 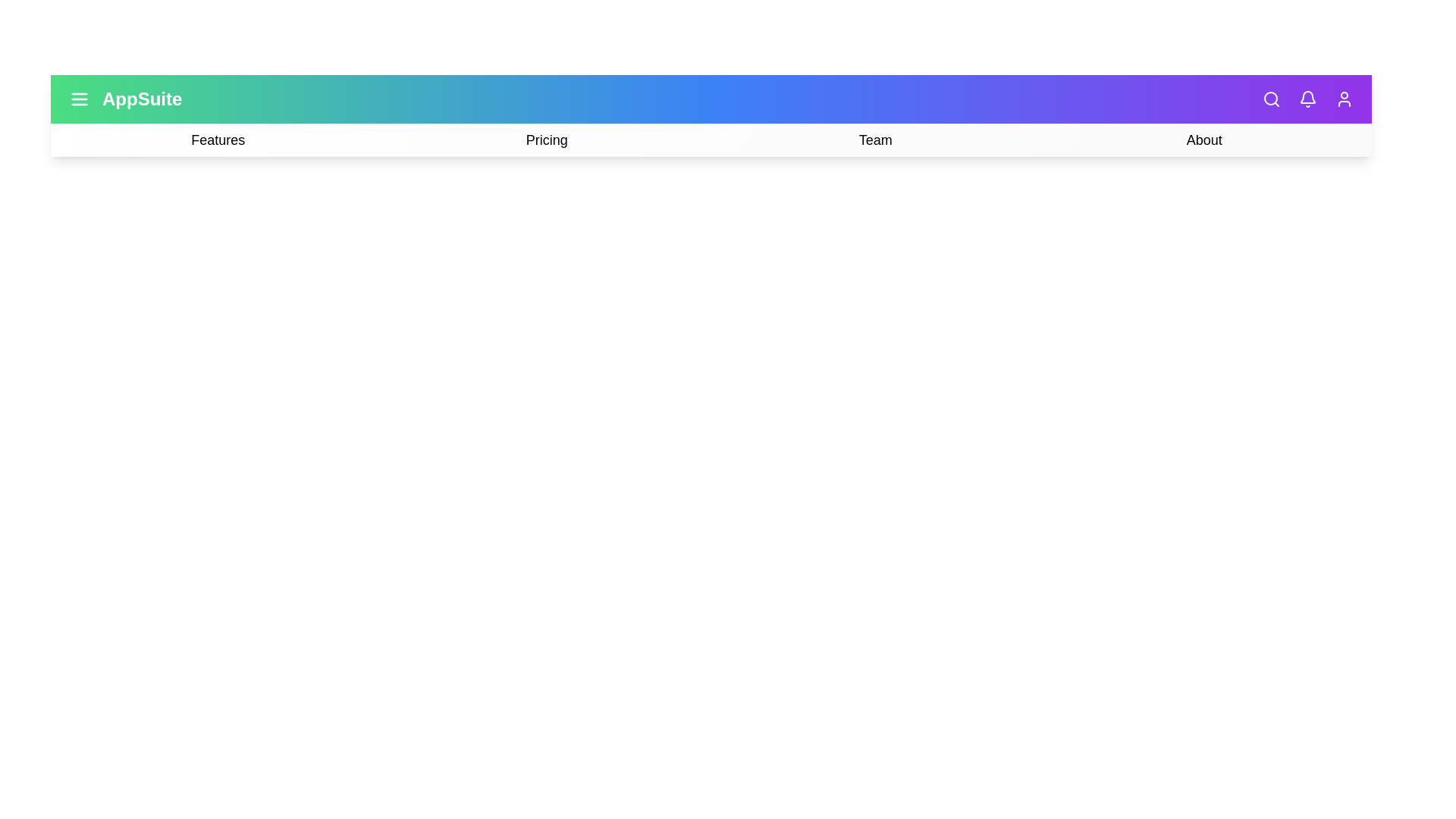 I want to click on the 'About' option in the navigation bar, so click(x=1203, y=140).